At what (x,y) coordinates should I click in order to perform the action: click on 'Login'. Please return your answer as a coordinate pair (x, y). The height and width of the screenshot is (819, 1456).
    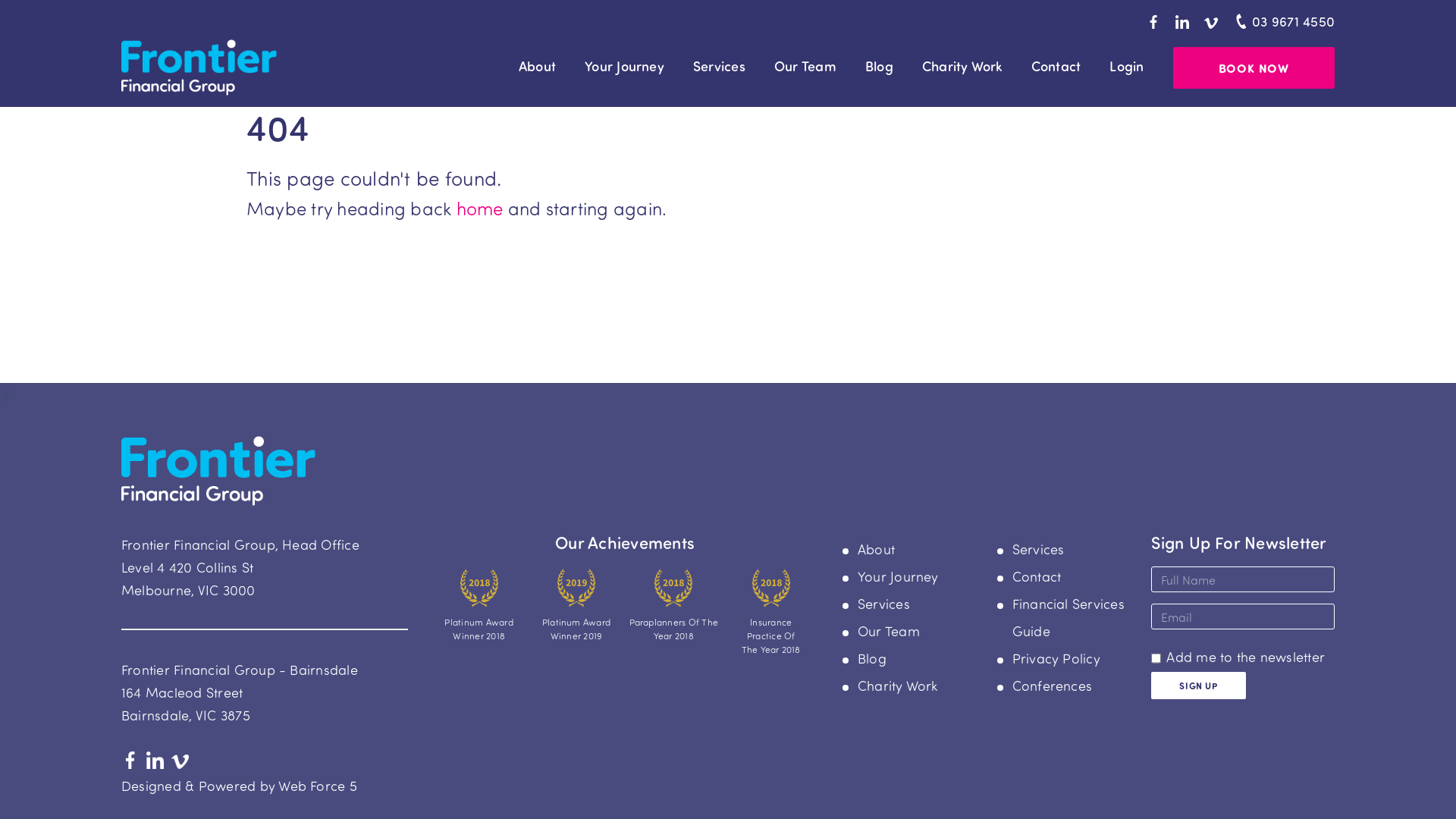
    Looking at the image, I should click on (1126, 65).